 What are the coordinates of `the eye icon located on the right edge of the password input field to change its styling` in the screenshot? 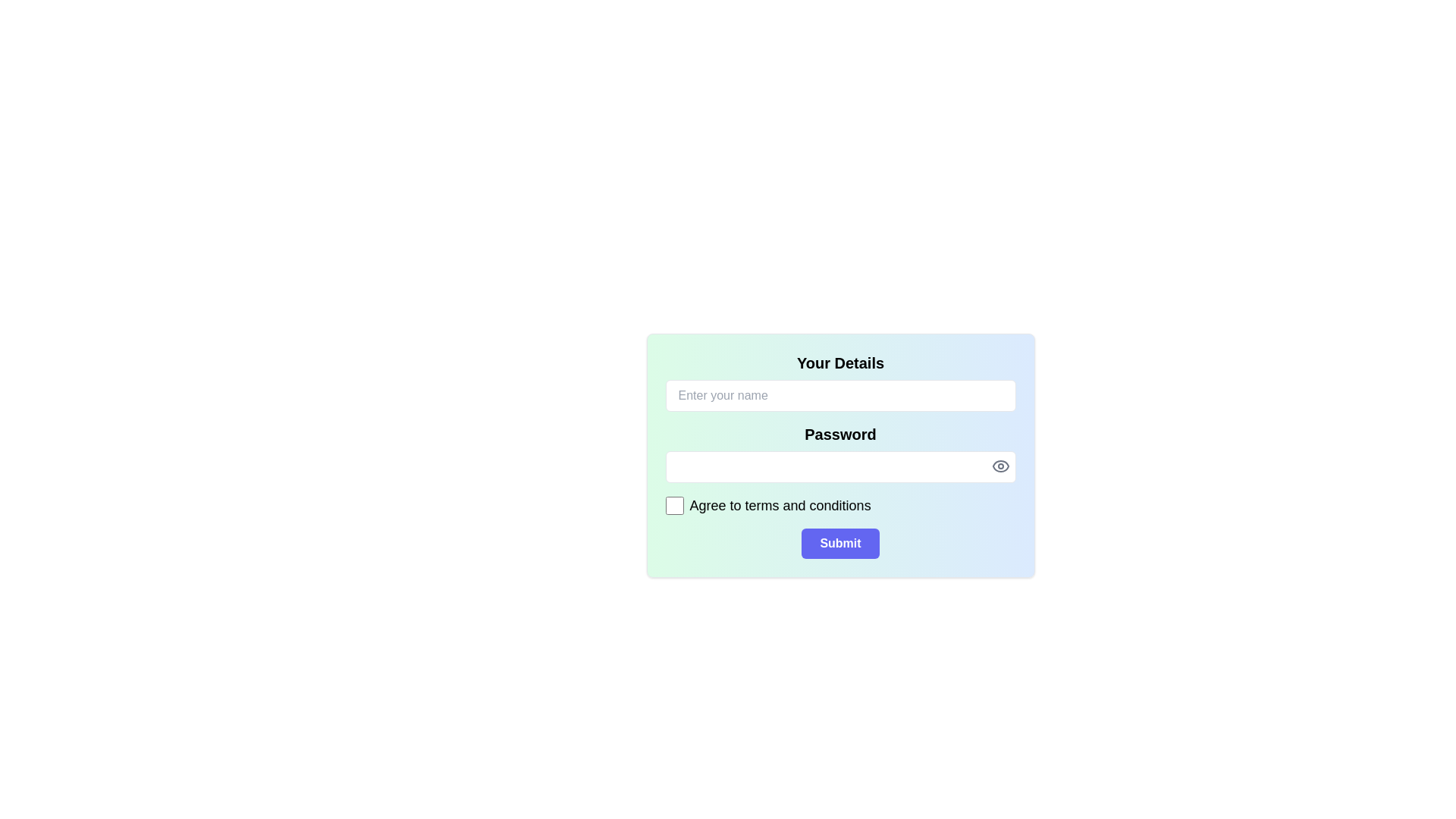 It's located at (1000, 465).